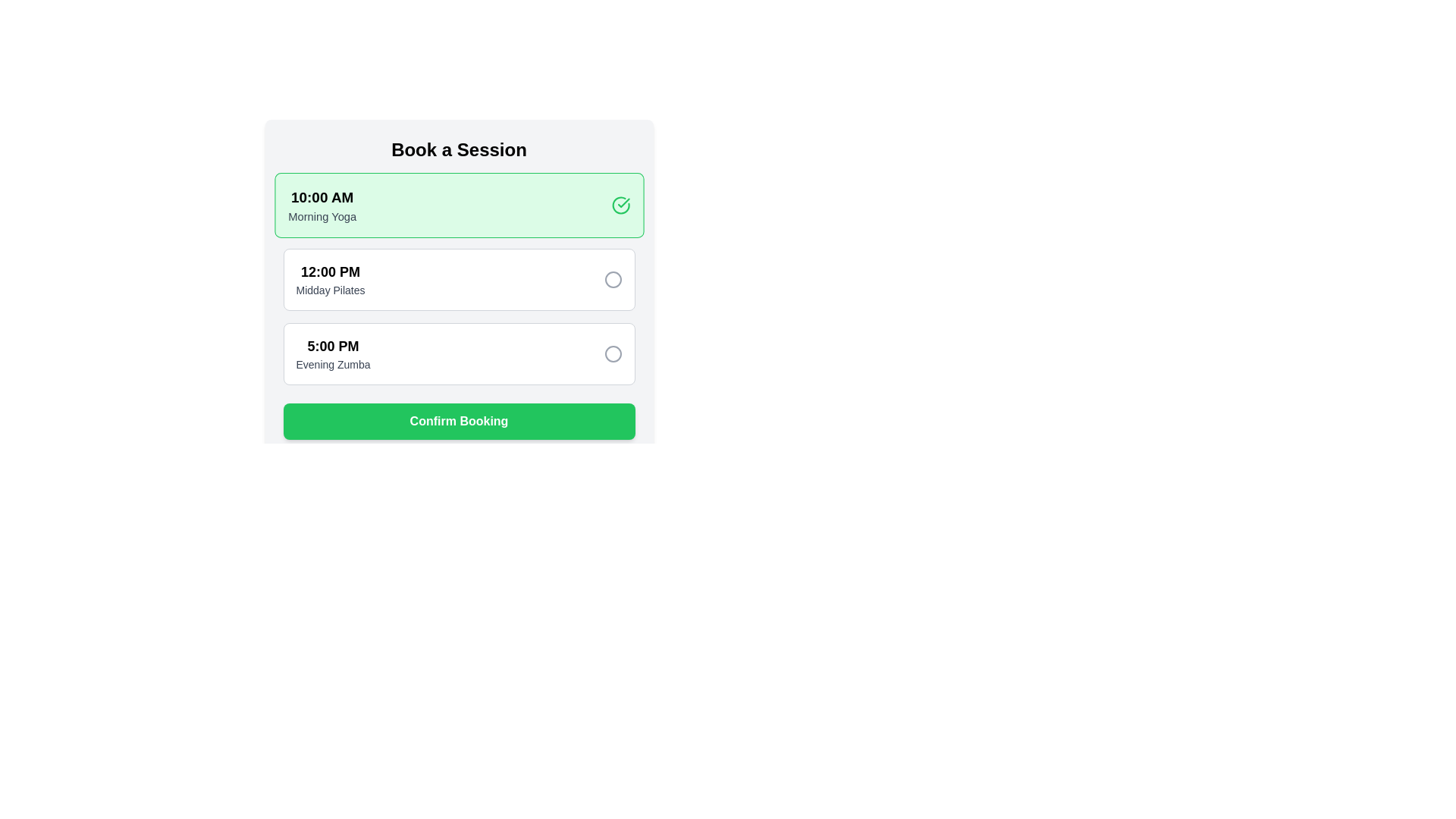 This screenshot has height=819, width=1456. I want to click on the static text label indicating the starting time of the 'Morning Yoga' session, which is located at the top-left corner of the light green highlighted time slot, so click(321, 196).